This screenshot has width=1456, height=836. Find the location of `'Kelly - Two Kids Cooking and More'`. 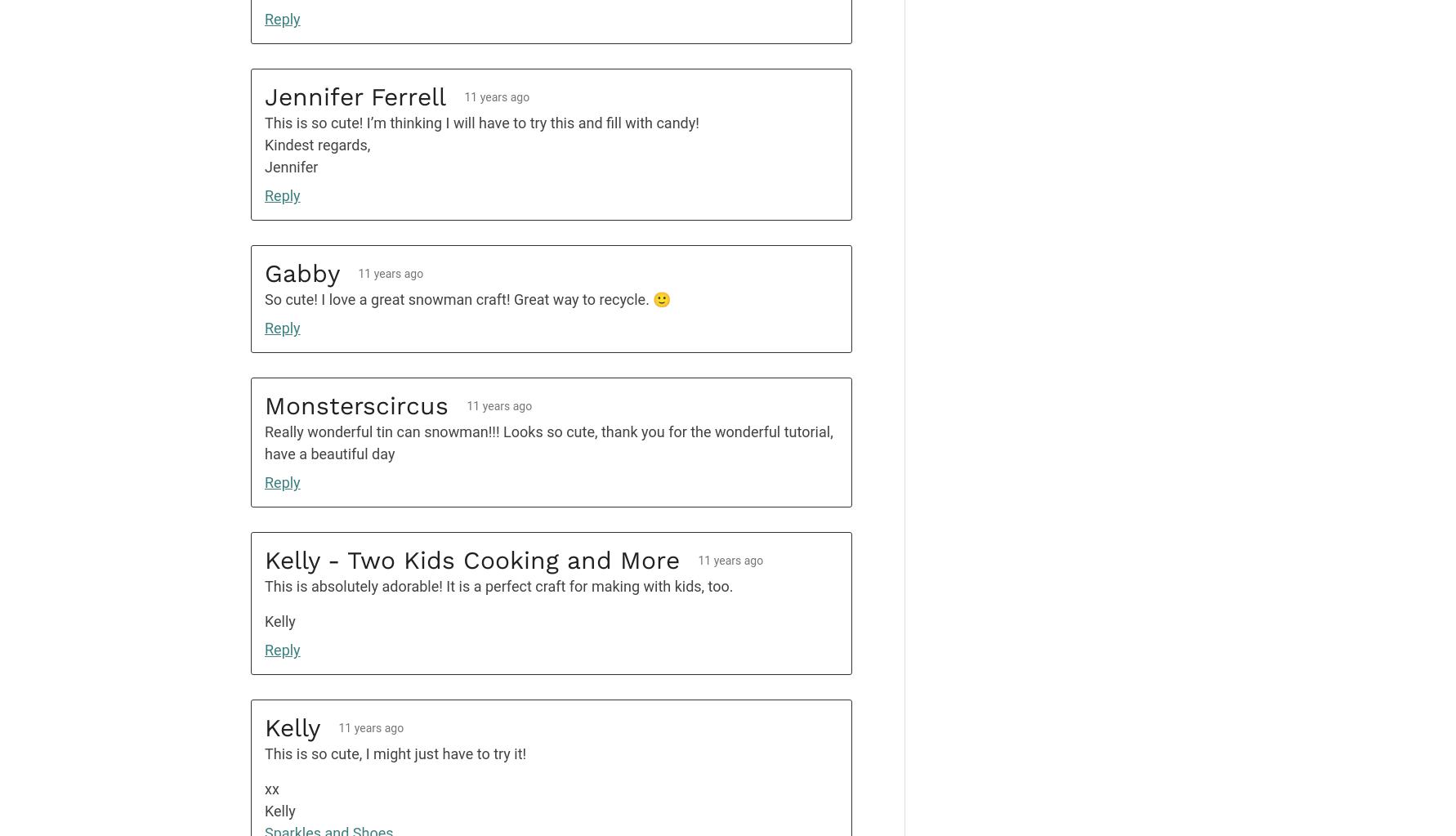

'Kelly - Two Kids Cooking and More' is located at coordinates (472, 559).